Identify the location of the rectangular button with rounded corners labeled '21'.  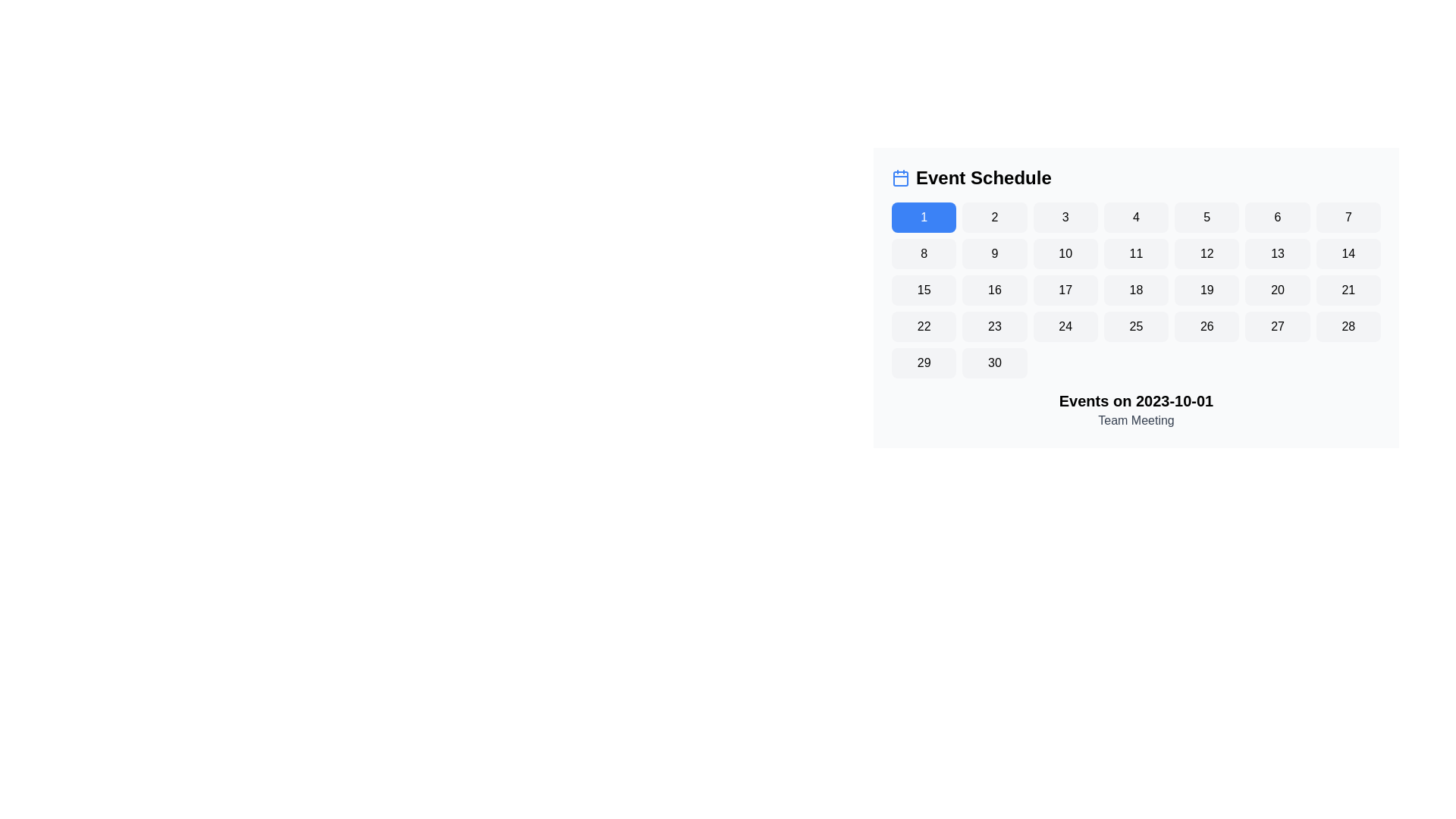
(1348, 290).